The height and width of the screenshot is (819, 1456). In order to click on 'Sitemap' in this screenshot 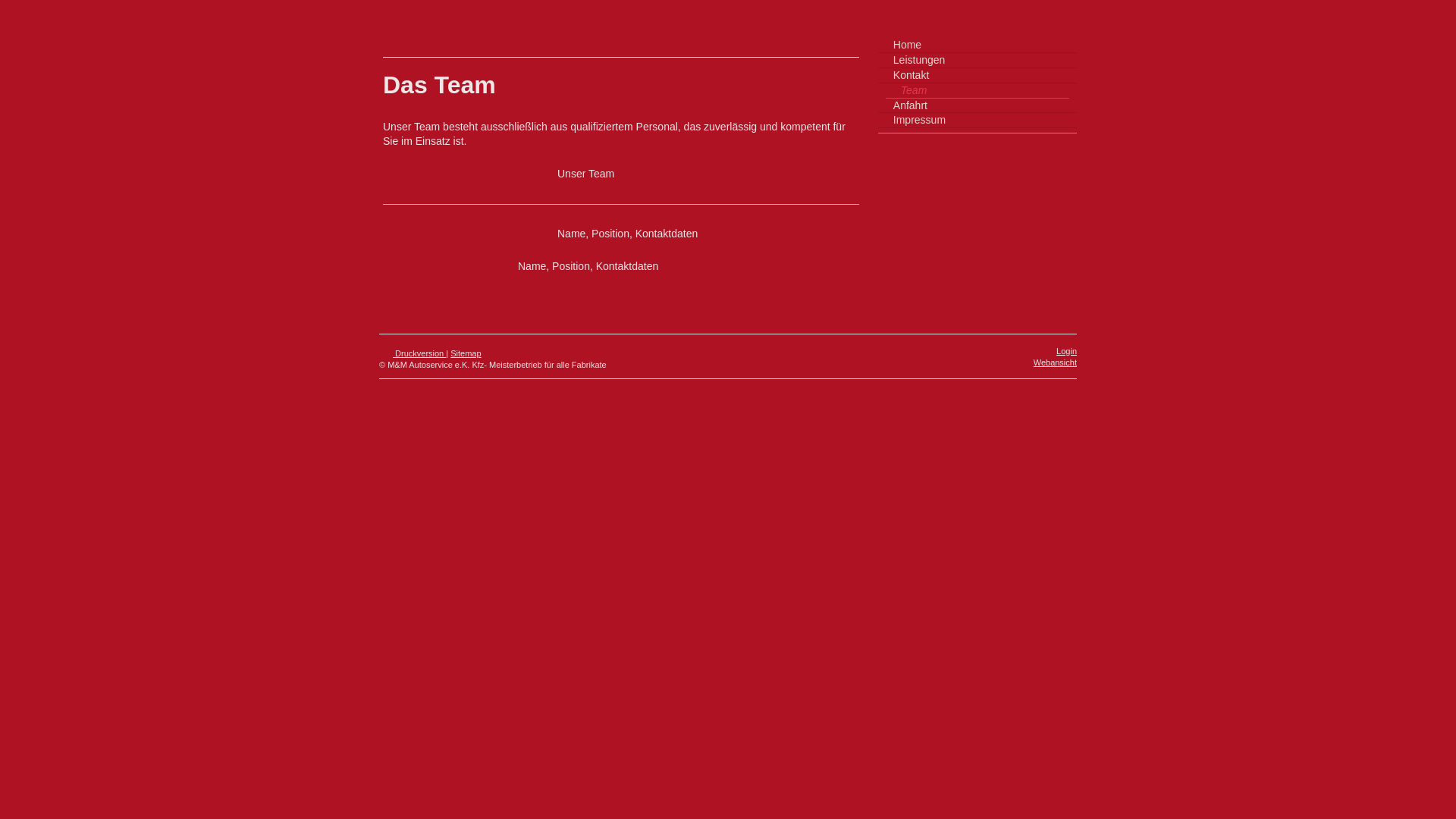, I will do `click(465, 353)`.